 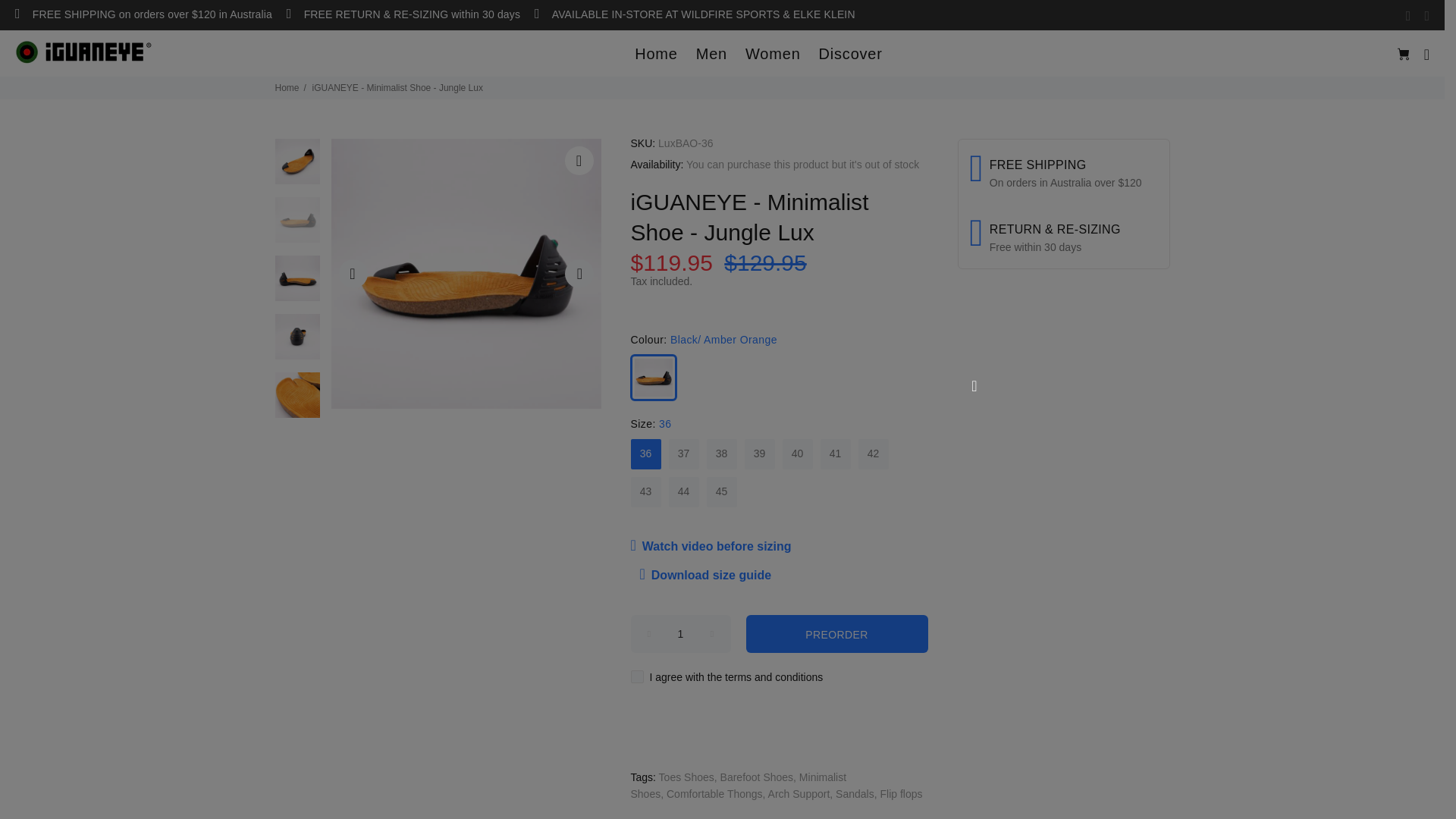 What do you see at coordinates (760, 453) in the screenshot?
I see `'39'` at bounding box center [760, 453].